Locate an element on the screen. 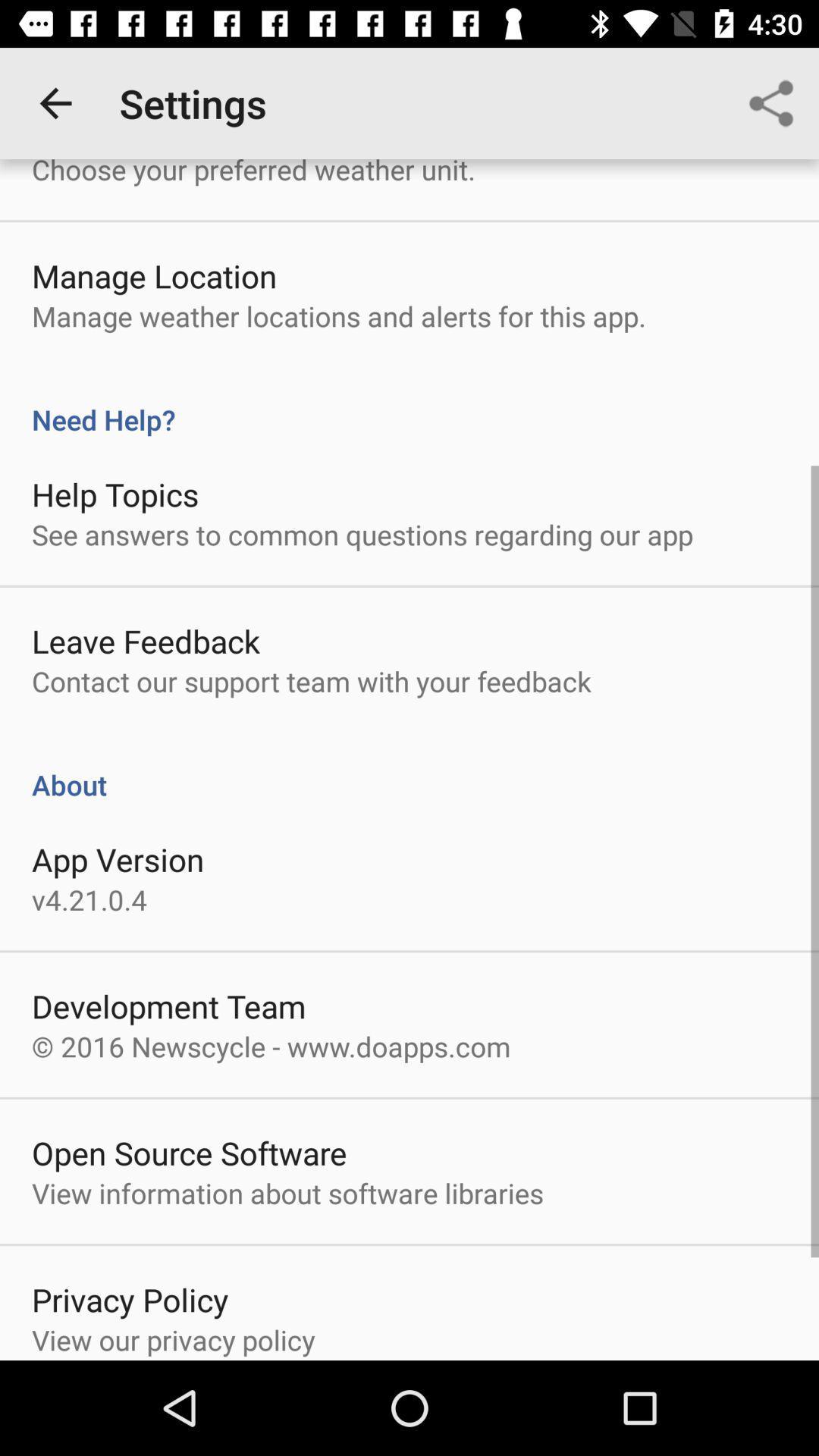 Image resolution: width=819 pixels, height=1456 pixels. the help topics icon is located at coordinates (115, 494).